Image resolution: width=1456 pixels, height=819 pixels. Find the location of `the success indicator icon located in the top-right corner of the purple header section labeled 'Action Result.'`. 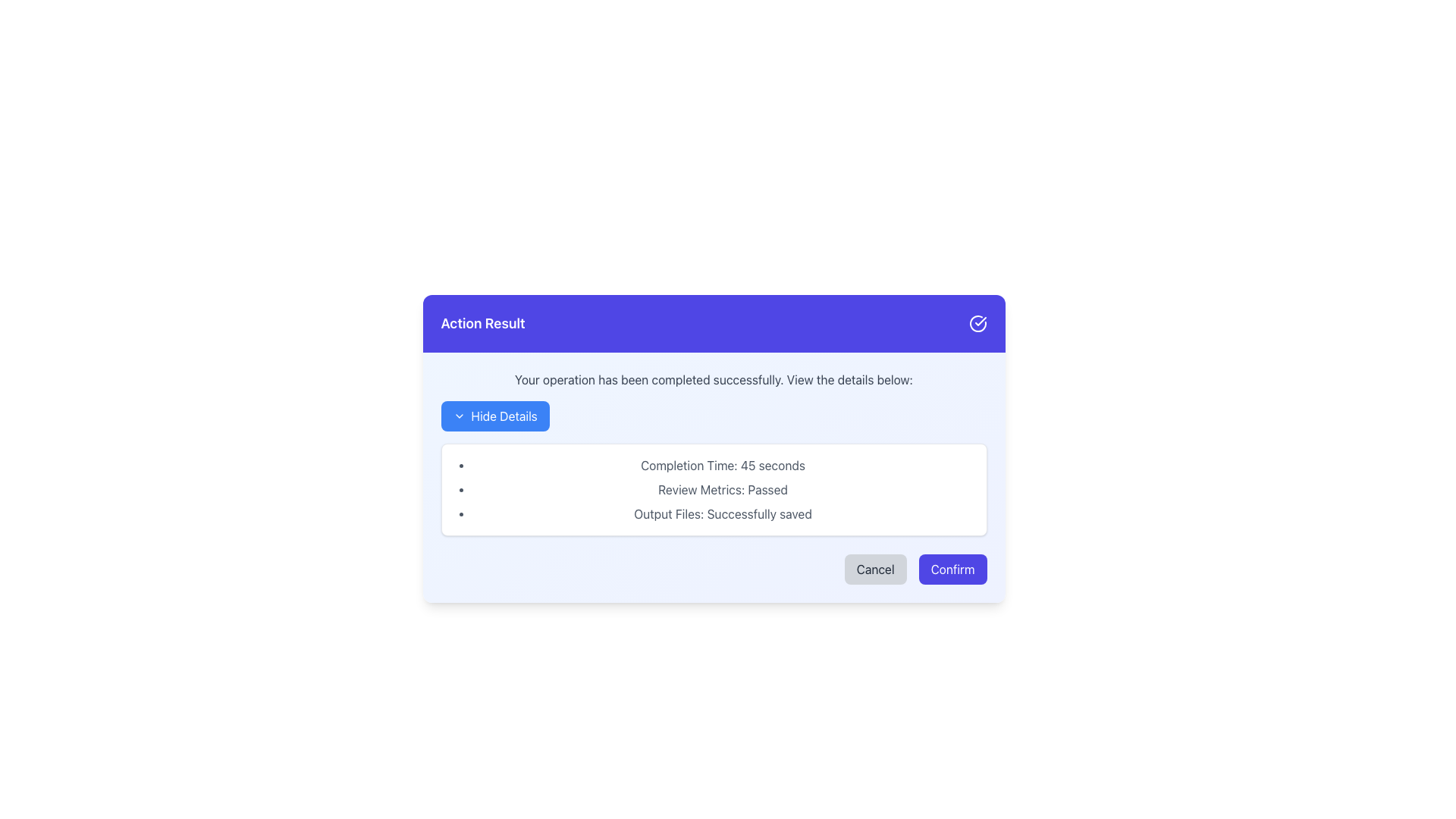

the success indicator icon located in the top-right corner of the purple header section labeled 'Action Result.' is located at coordinates (977, 323).